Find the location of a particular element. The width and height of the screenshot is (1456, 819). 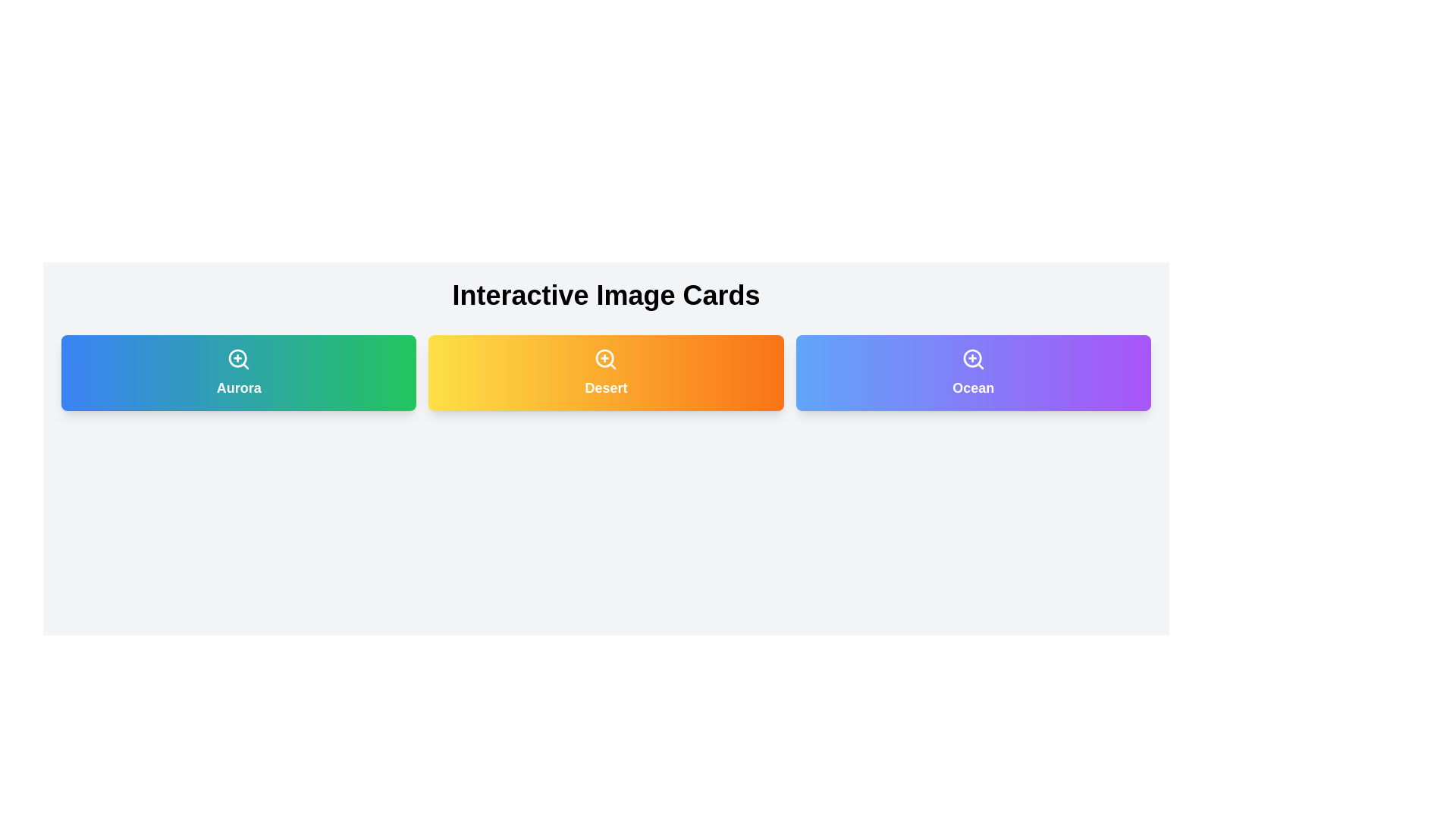

the 'Ocean' card is located at coordinates (973, 373).